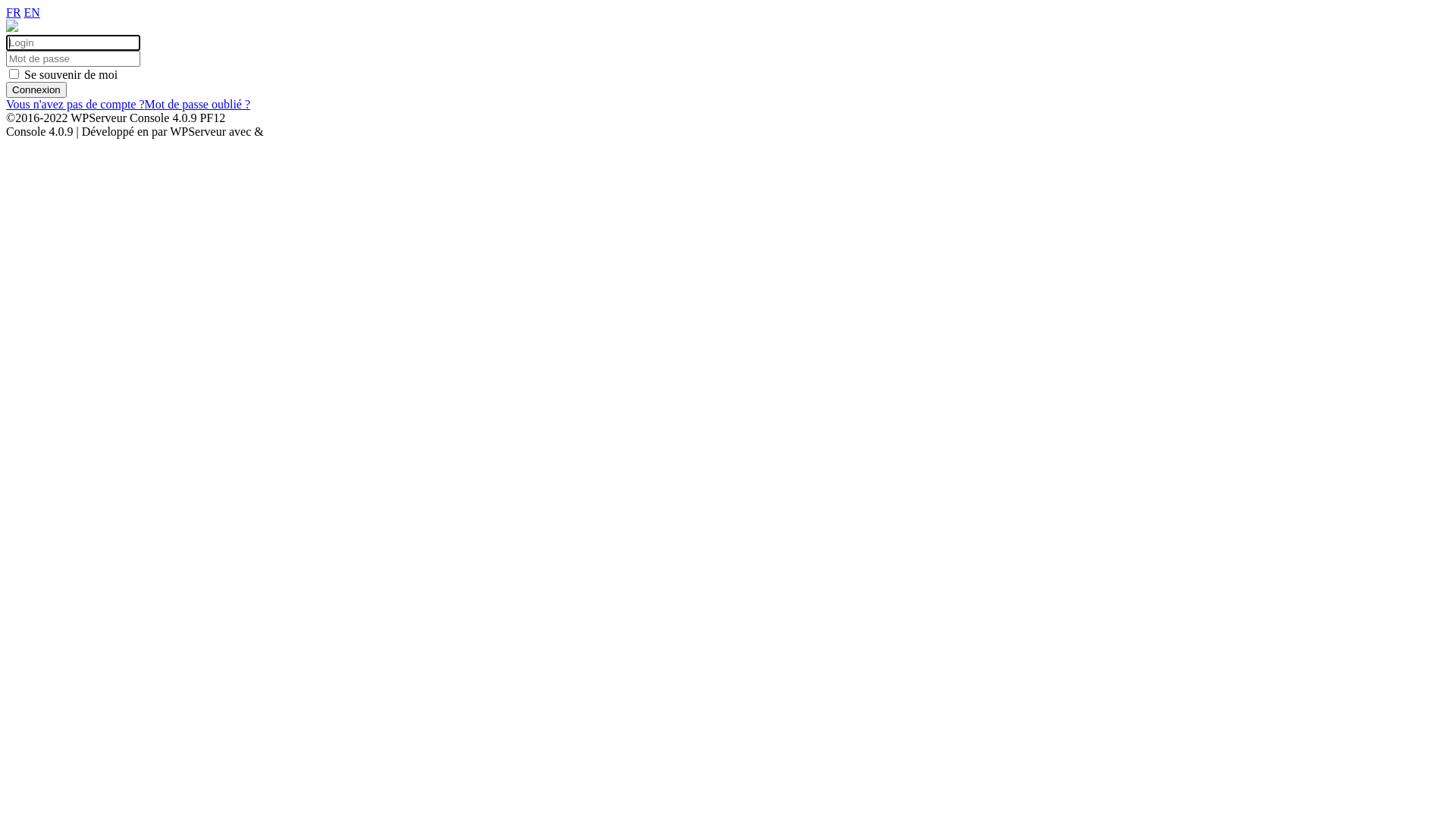  Describe the element at coordinates (74, 103) in the screenshot. I see `'Vous n'avez pas de compte ?'` at that location.